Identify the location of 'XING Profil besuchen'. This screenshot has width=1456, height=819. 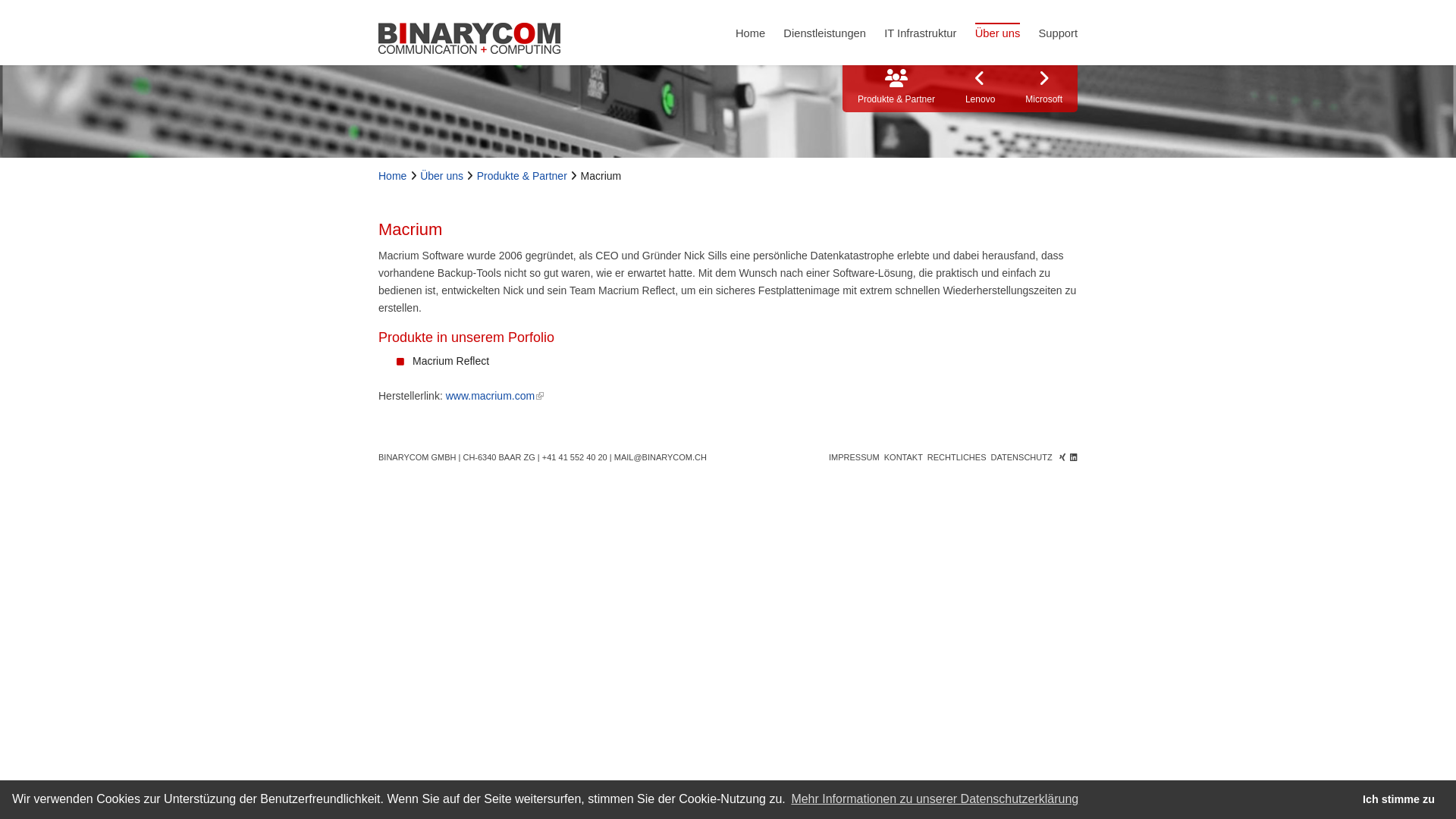
(1058, 456).